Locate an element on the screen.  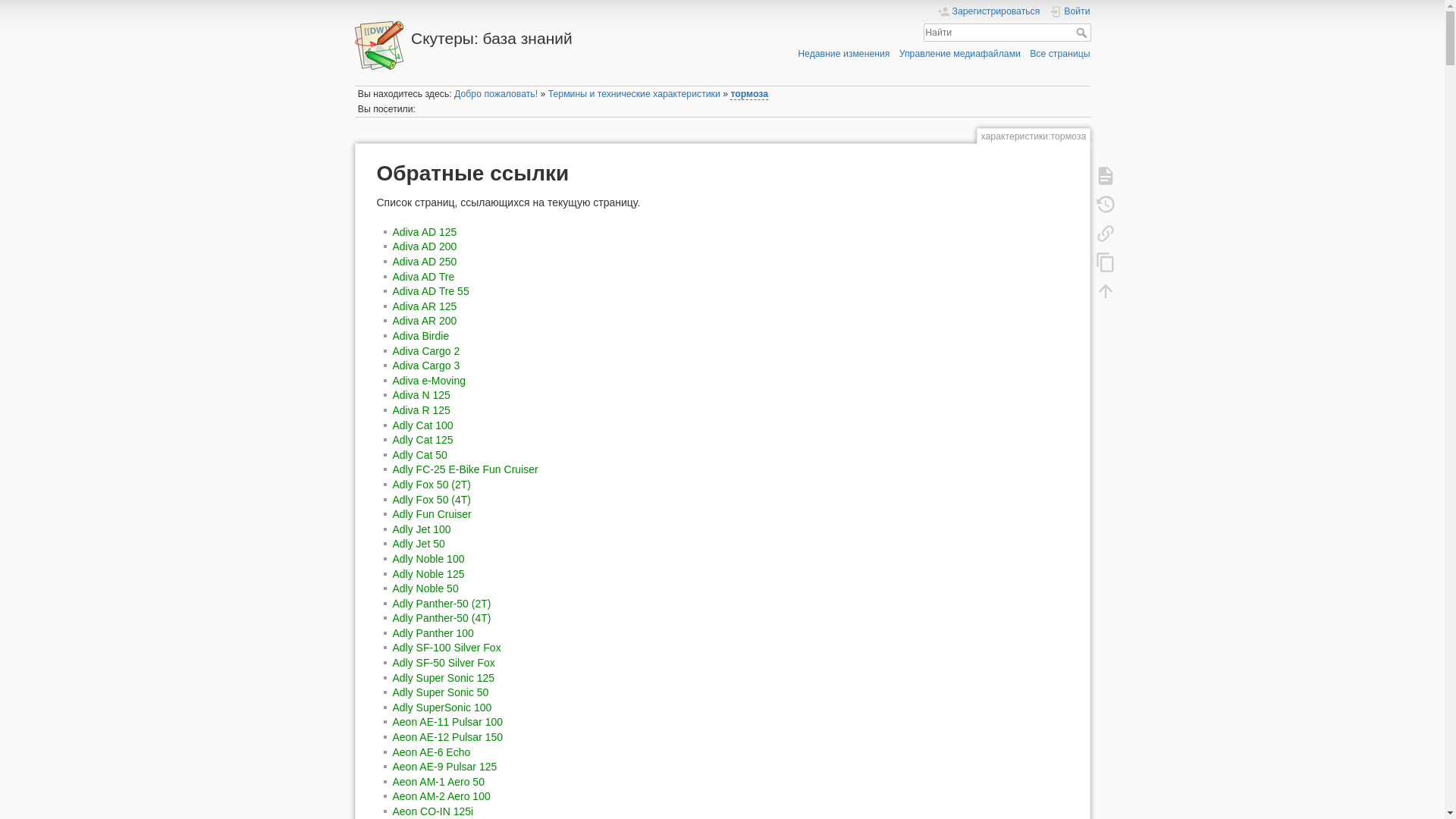
'Adly Noble 50' is located at coordinates (425, 587).